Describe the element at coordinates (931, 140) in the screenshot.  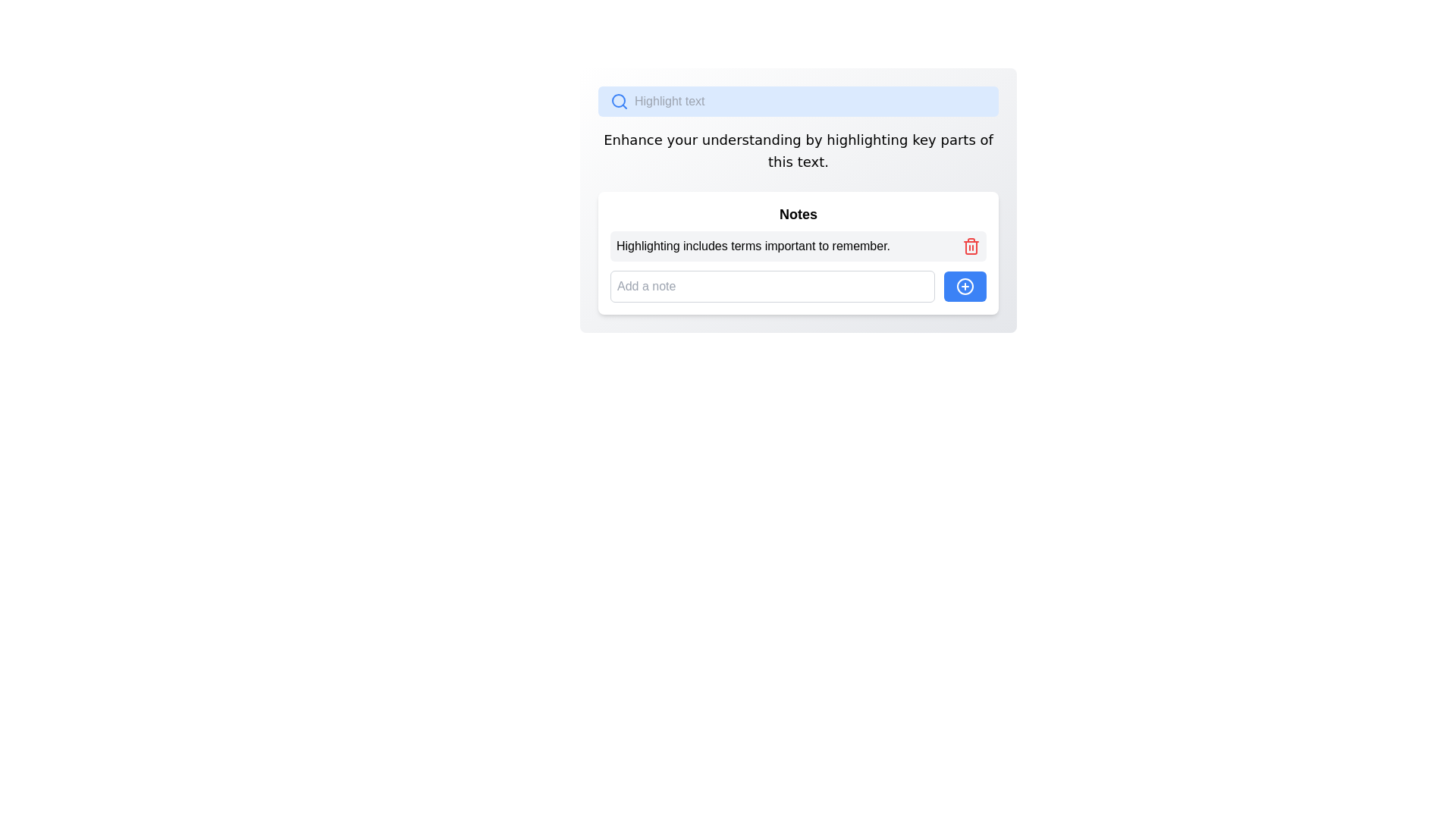
I see `the eighth letter 'k' in the text 'by highlighting key parts of this text.'` at that location.